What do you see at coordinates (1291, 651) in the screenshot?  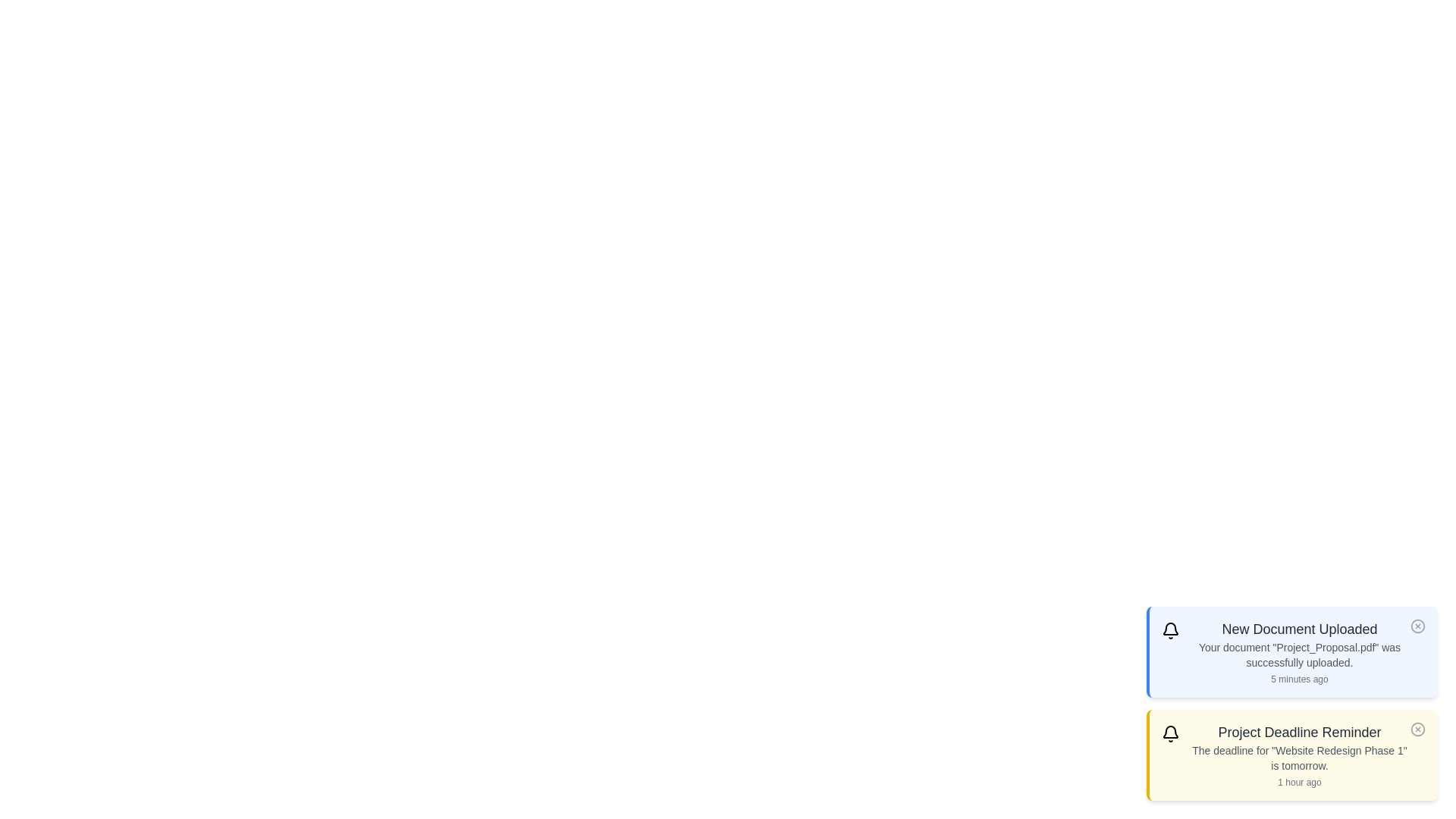 I see `the alert titled 'New Document Uploaded' to observe its hover effect` at bounding box center [1291, 651].